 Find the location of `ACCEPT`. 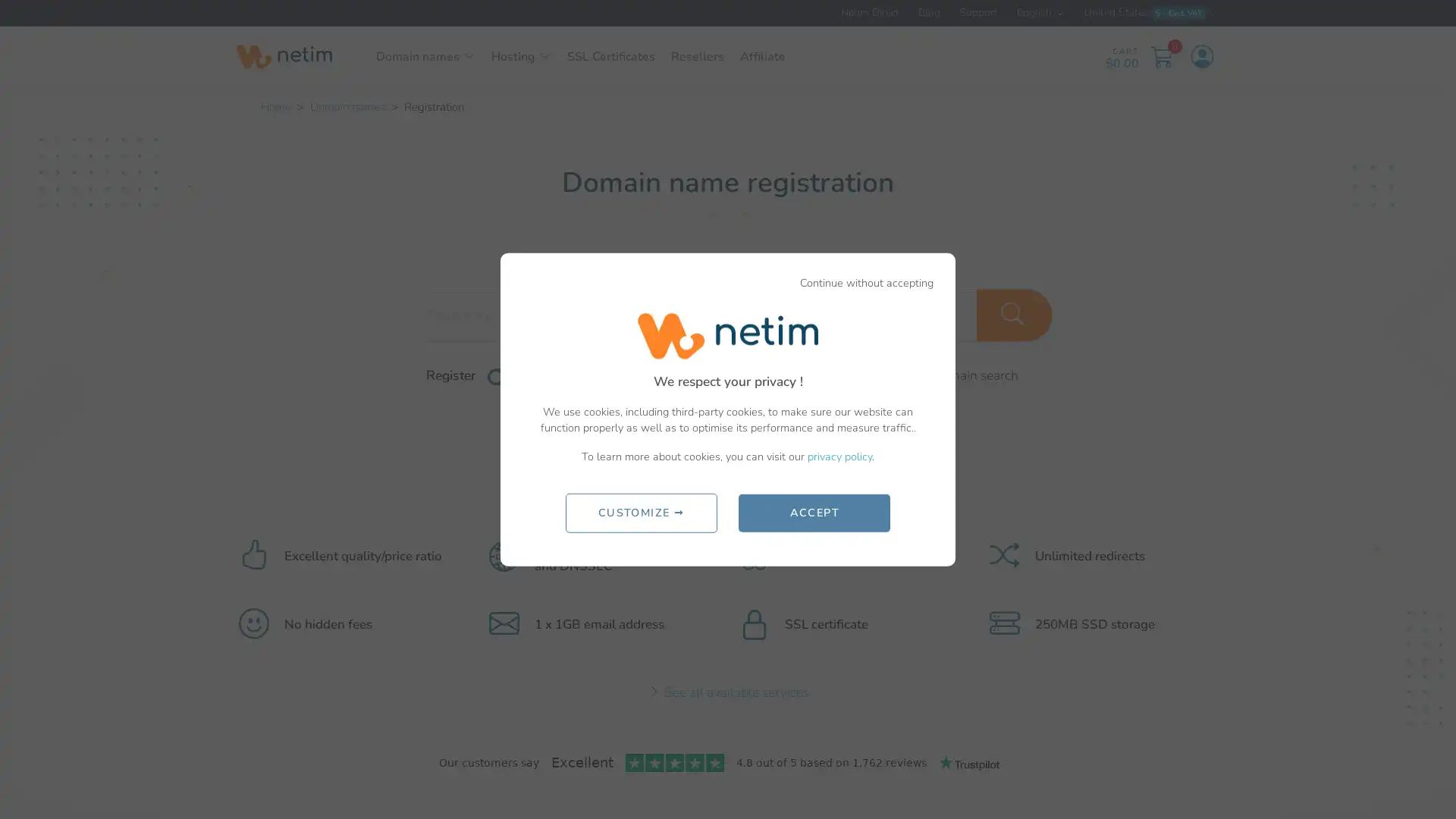

ACCEPT is located at coordinates (814, 512).